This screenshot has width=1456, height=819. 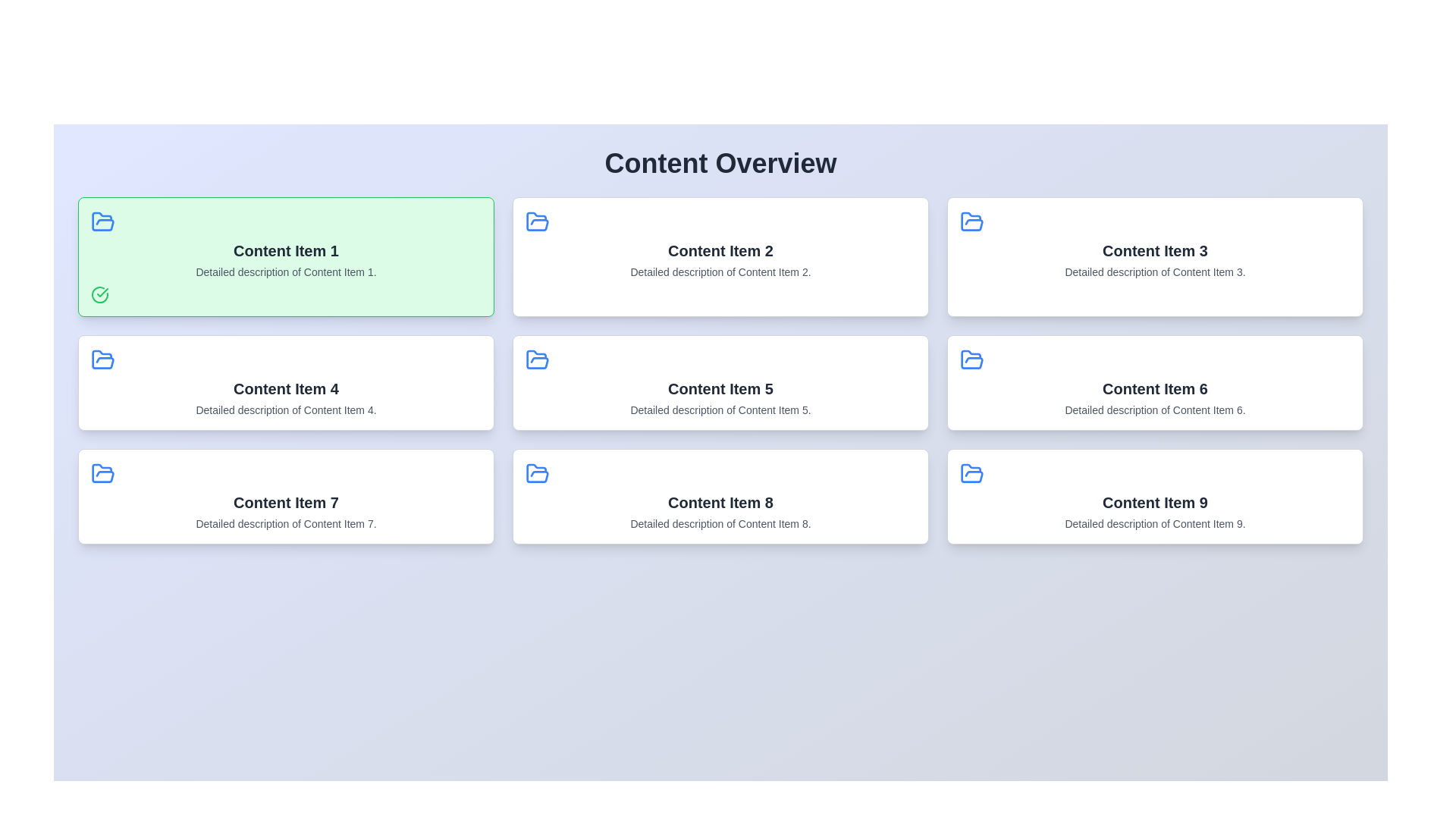 I want to click on the success indicator icon located in the bottom left corner of the card labeled 'Content Item 1', which is enclosed within a green background and positioned under the folder icon, so click(x=99, y=295).